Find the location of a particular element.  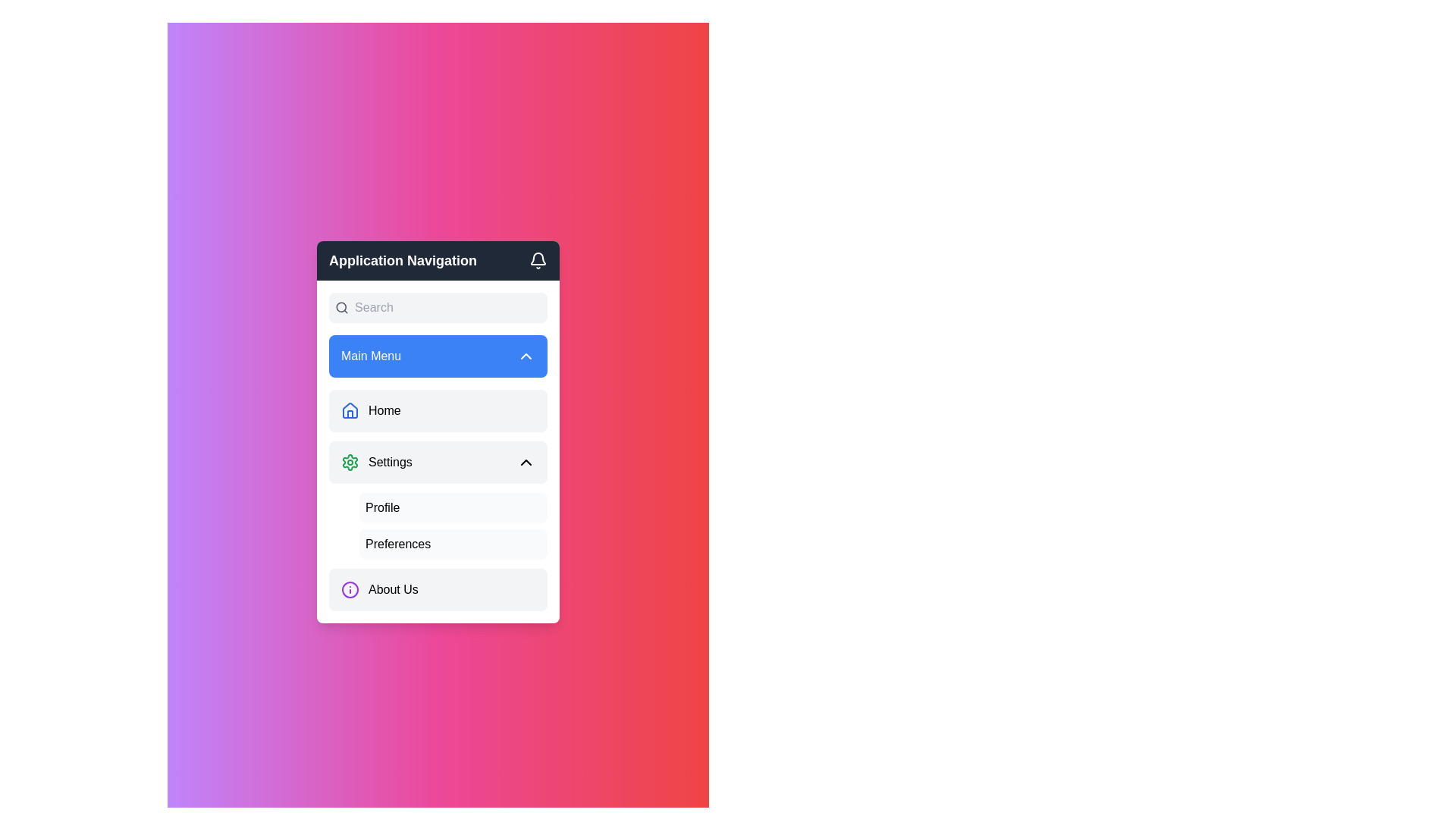

the chevron icon is located at coordinates (526, 461).